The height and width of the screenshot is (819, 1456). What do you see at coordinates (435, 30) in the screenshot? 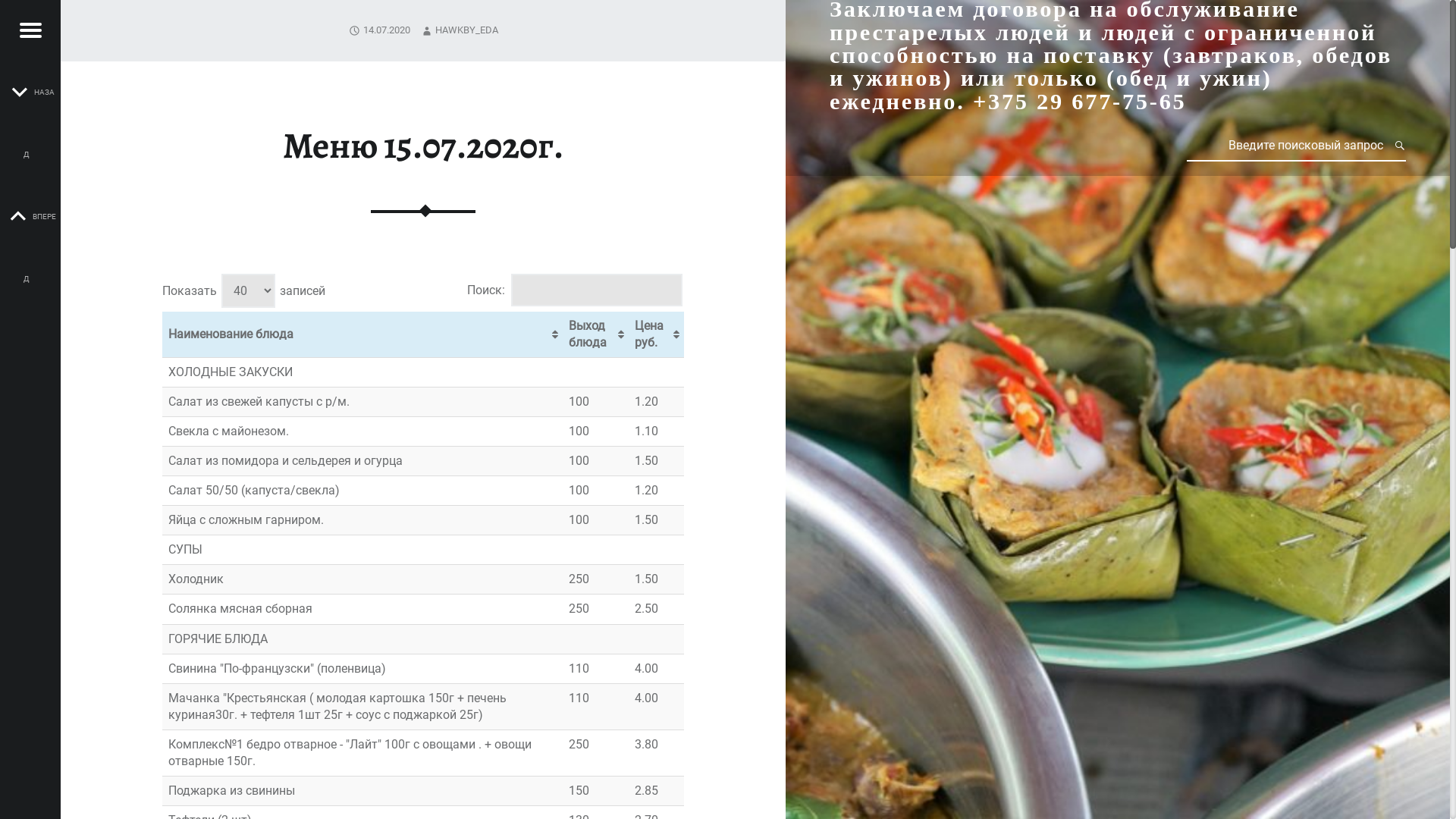
I see `'HAWKBY_EDA'` at bounding box center [435, 30].